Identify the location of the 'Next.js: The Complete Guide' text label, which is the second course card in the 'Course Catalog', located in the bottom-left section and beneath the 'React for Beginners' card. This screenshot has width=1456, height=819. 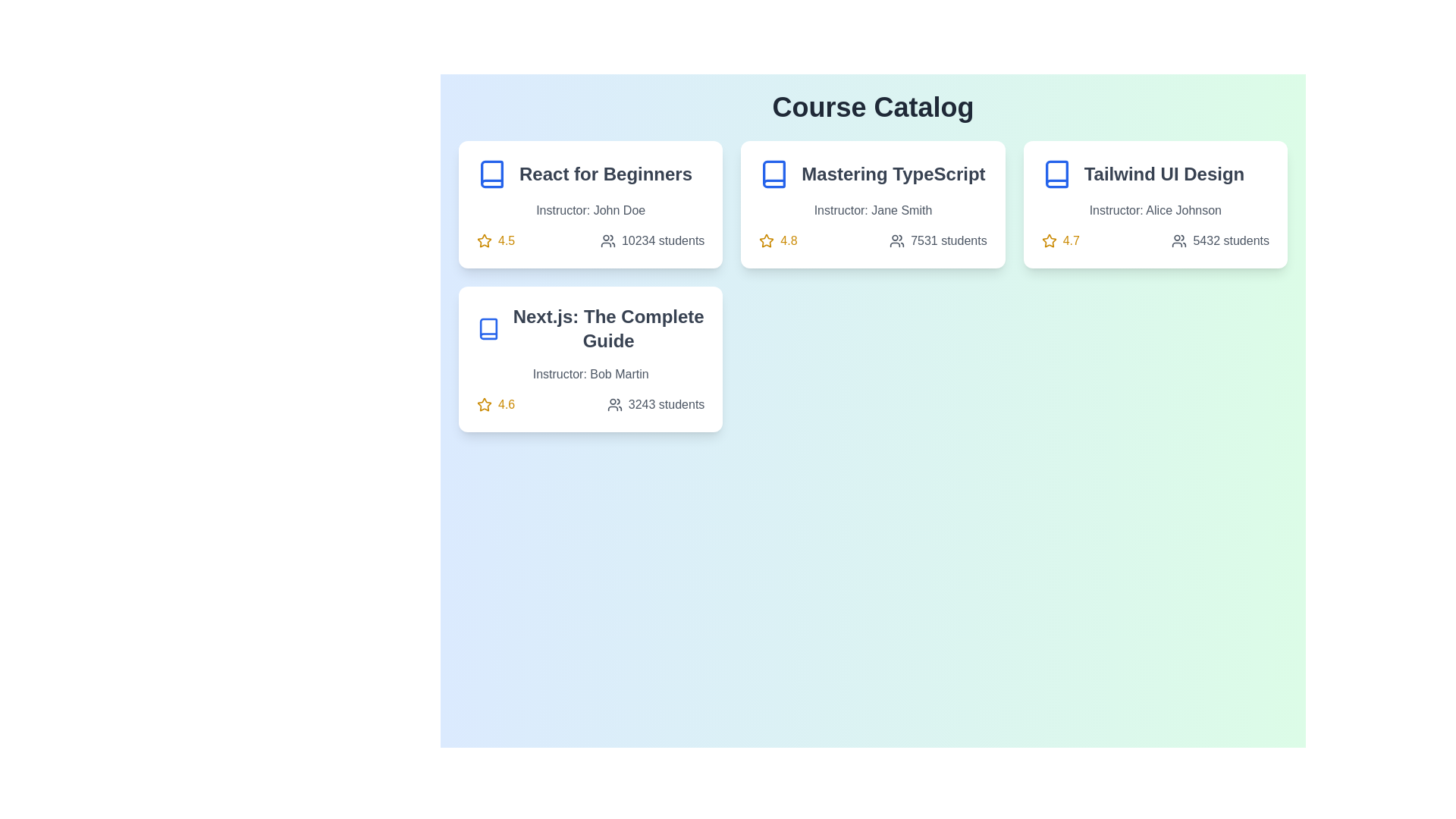
(590, 328).